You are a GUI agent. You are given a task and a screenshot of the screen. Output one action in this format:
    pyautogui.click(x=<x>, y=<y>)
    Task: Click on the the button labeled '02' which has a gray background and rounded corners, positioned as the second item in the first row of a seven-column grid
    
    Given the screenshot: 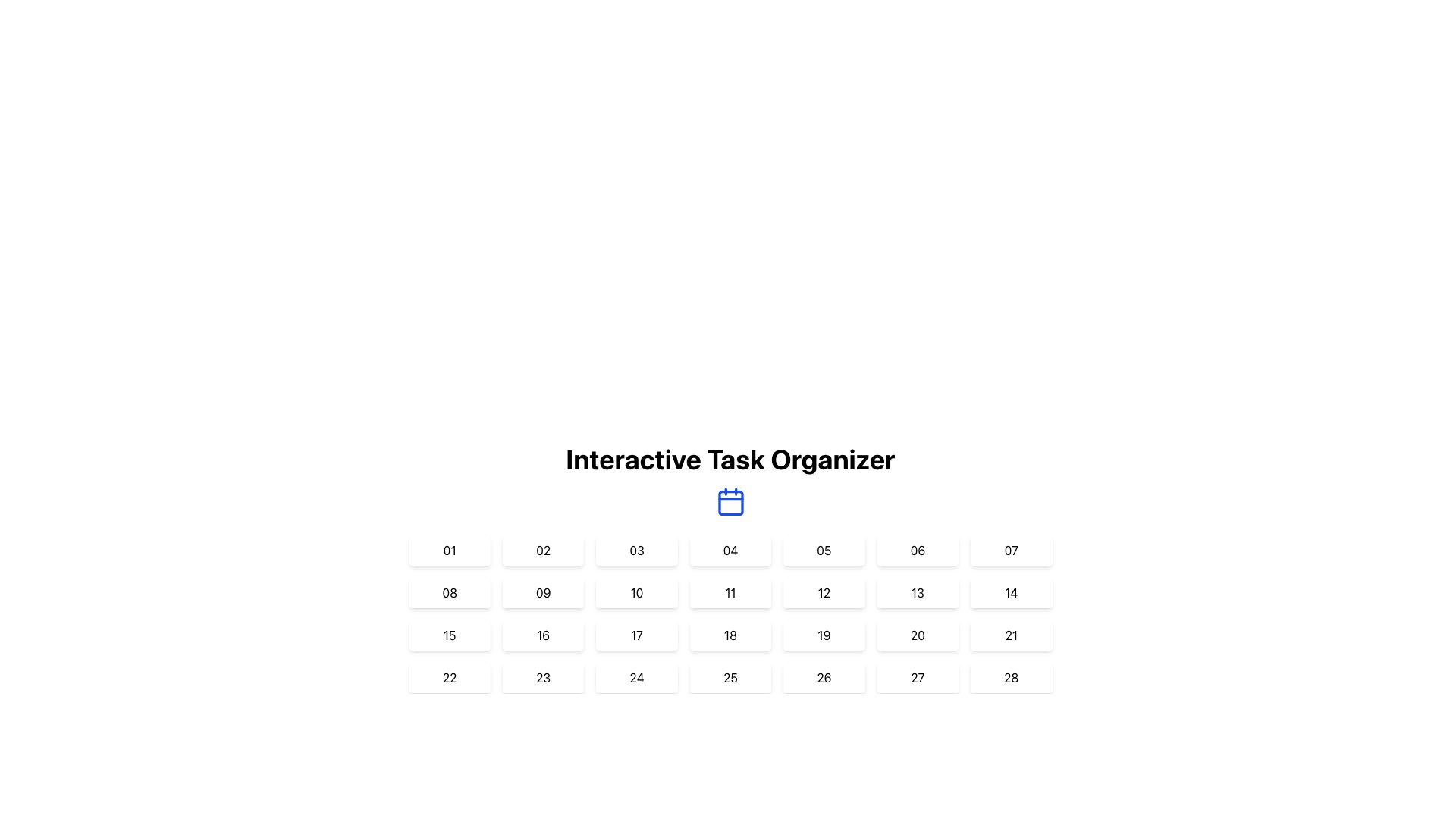 What is the action you would take?
    pyautogui.click(x=543, y=550)
    